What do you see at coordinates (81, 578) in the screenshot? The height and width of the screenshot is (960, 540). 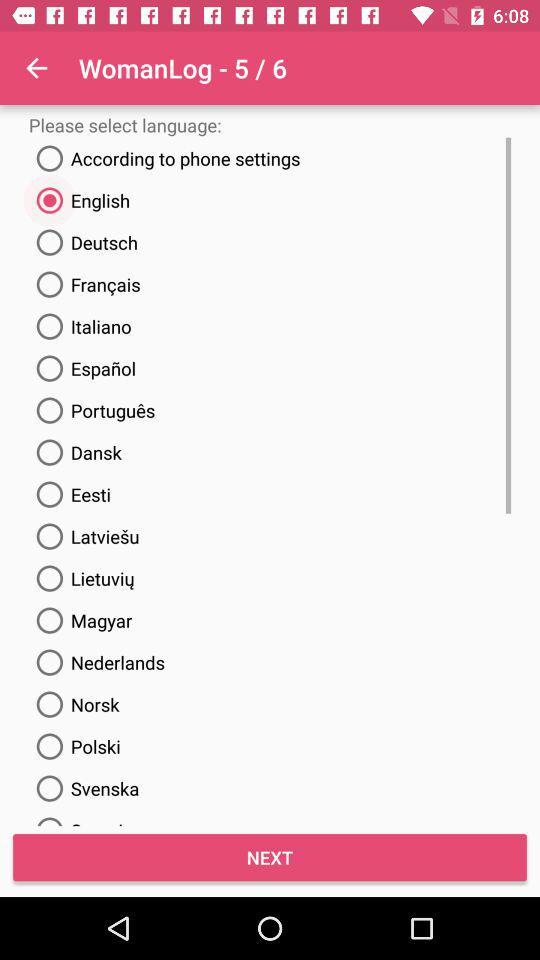 I see `the button above magyar` at bounding box center [81, 578].